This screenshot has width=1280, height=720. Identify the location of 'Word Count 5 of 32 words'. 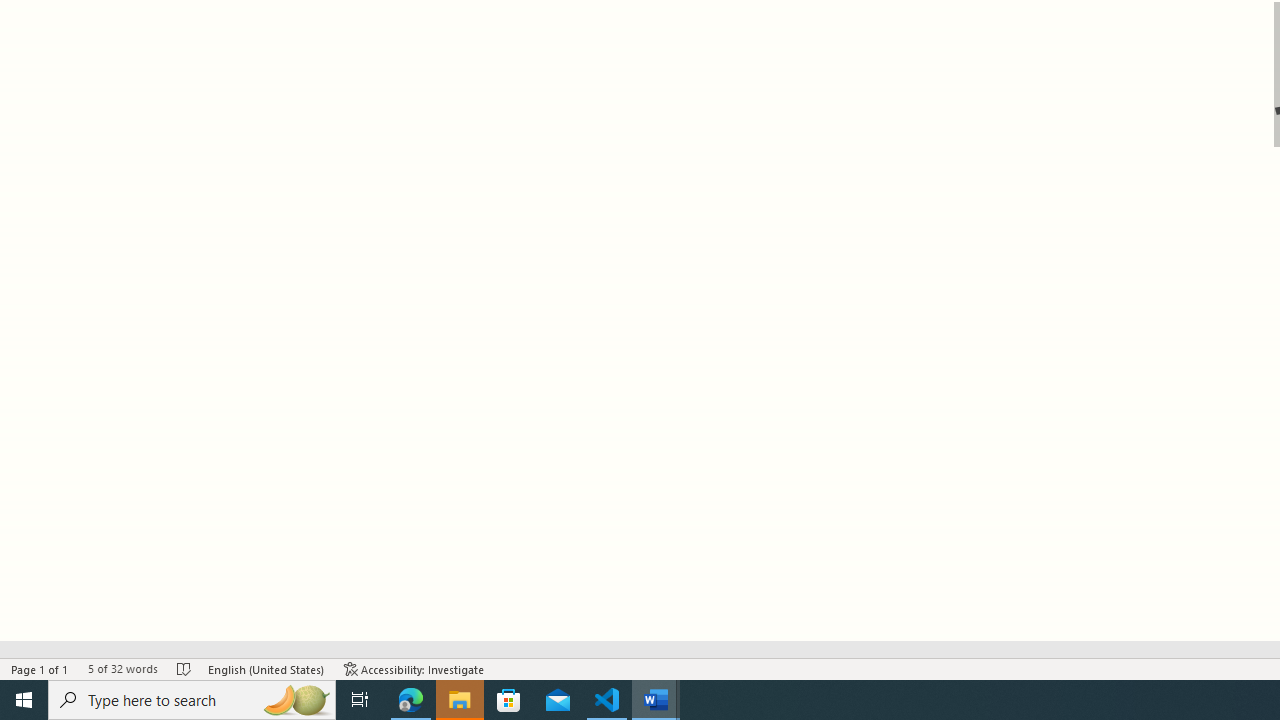
(121, 669).